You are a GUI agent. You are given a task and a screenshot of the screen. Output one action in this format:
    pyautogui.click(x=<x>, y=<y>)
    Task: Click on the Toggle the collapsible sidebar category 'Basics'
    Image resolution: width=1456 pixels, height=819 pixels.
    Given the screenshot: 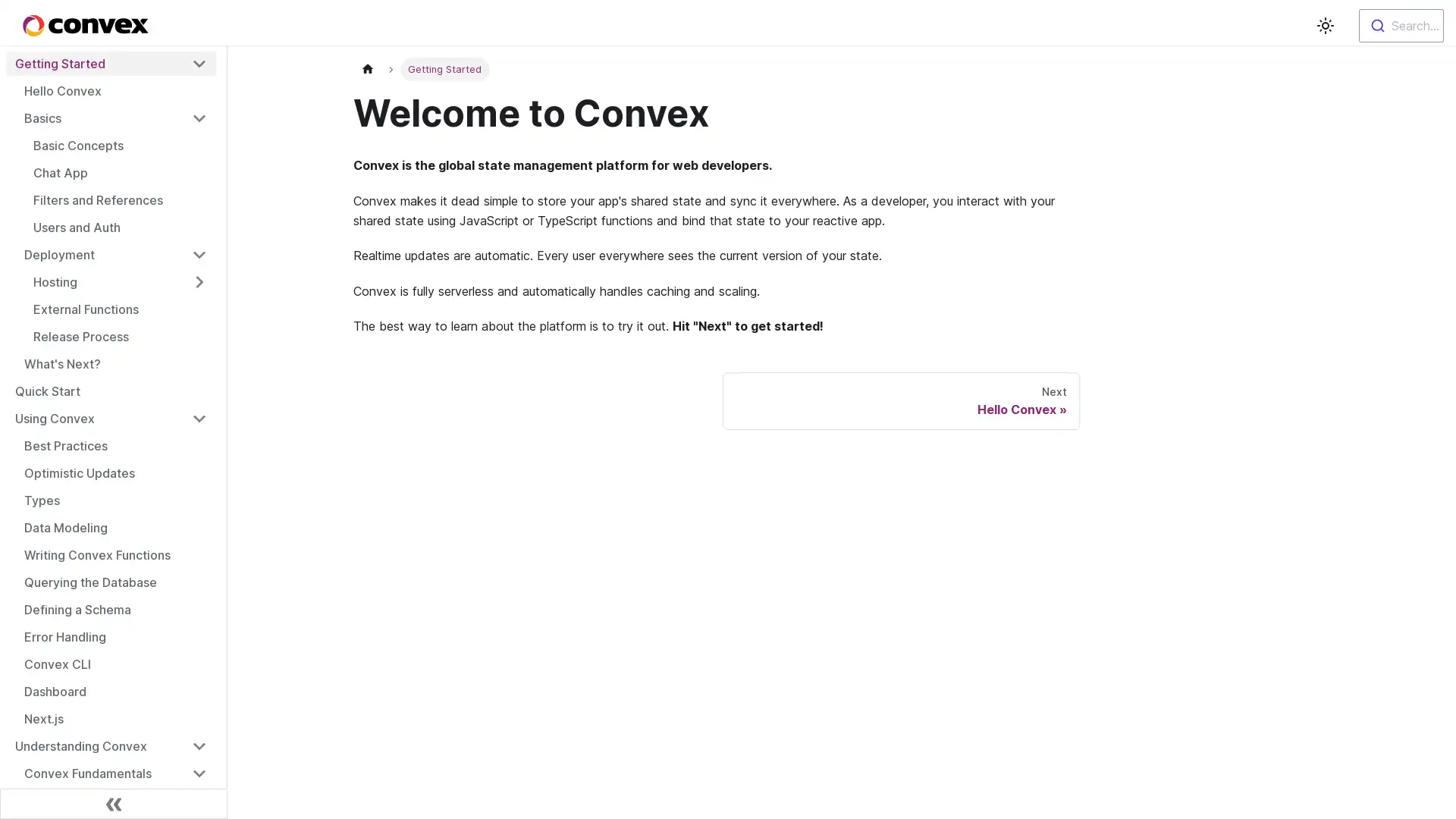 What is the action you would take?
    pyautogui.click(x=199, y=117)
    